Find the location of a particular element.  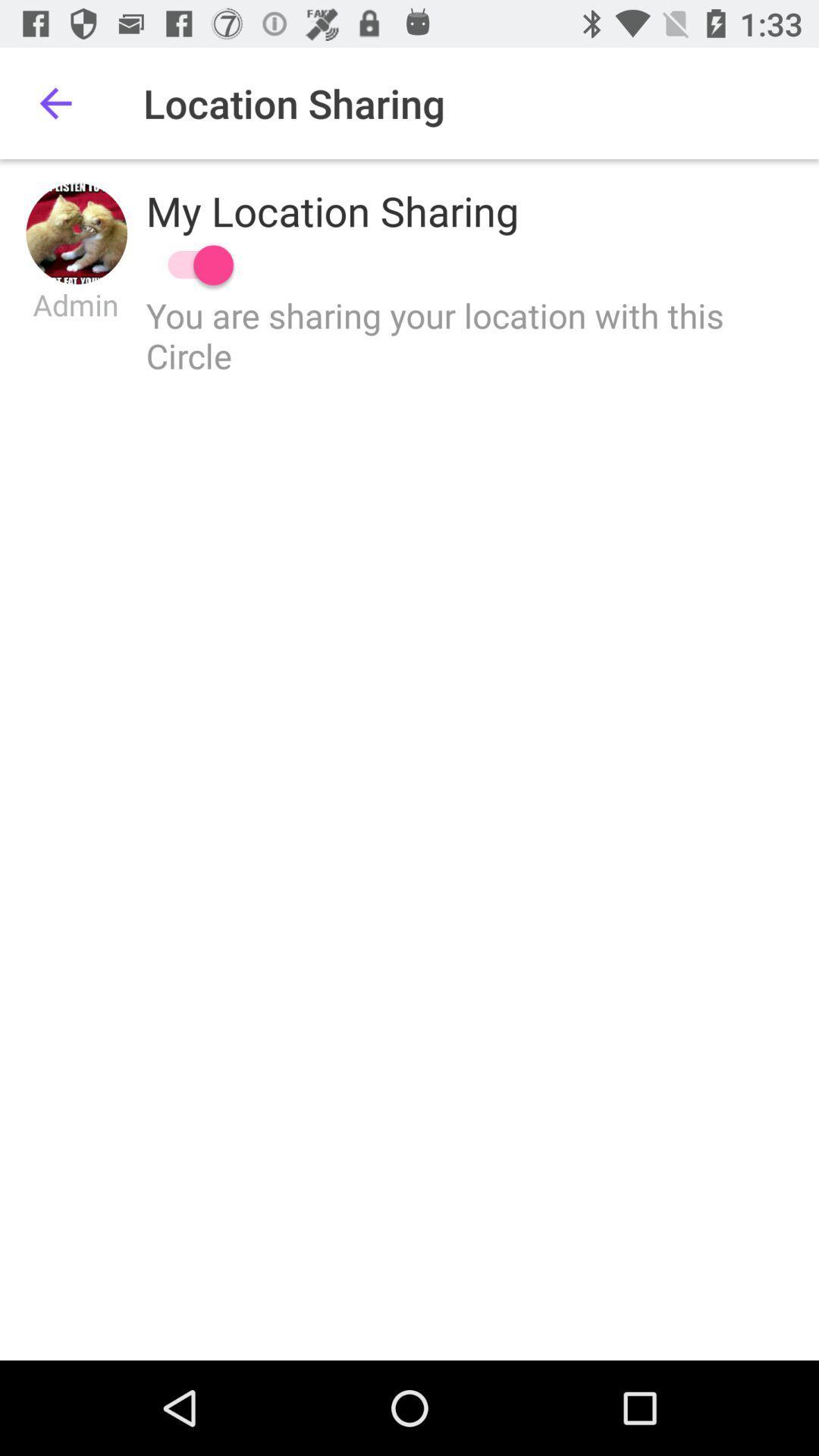

item next to location sharing item is located at coordinates (55, 102).